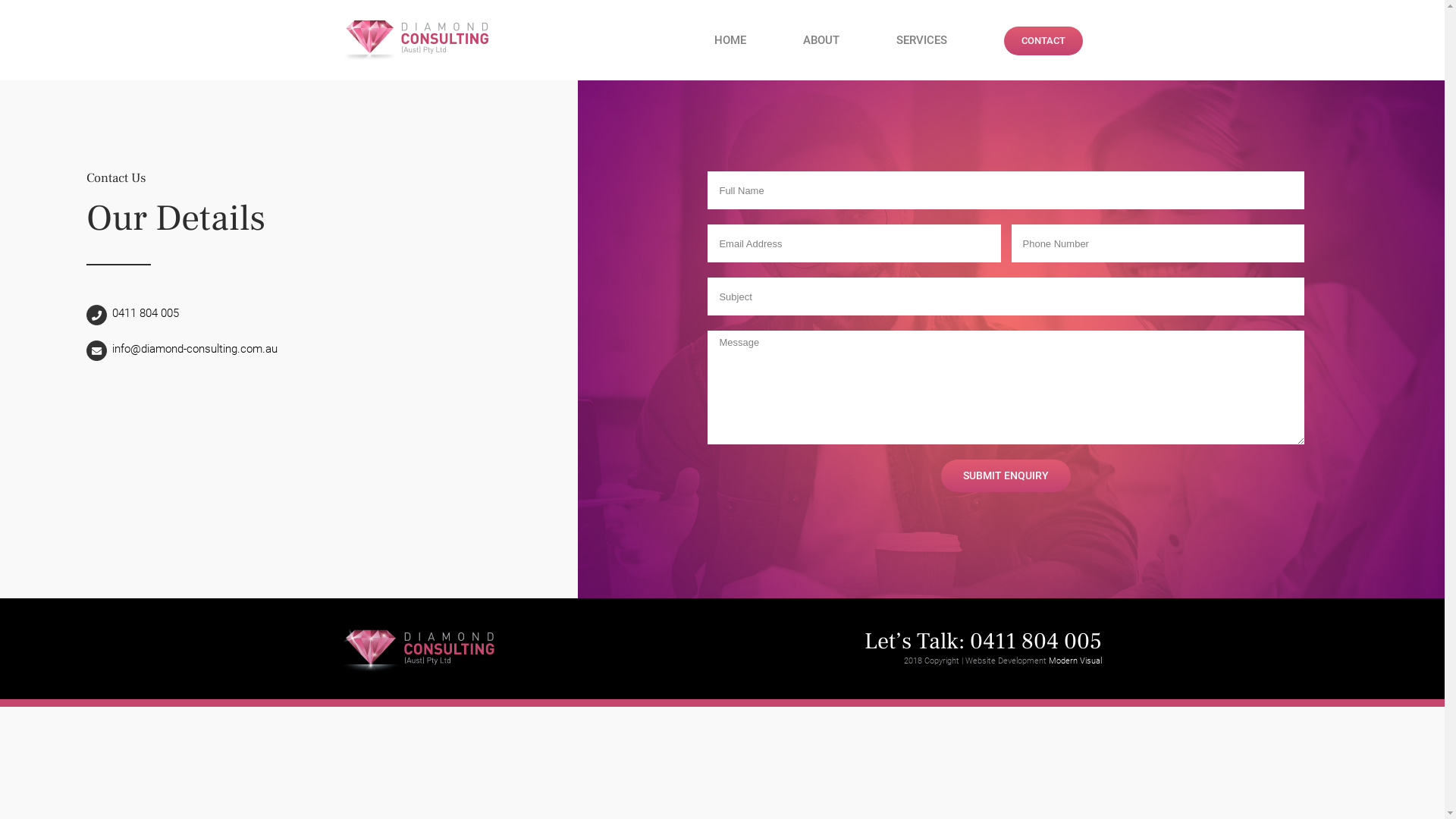  I want to click on 'CONTACT', so click(1041, 39).